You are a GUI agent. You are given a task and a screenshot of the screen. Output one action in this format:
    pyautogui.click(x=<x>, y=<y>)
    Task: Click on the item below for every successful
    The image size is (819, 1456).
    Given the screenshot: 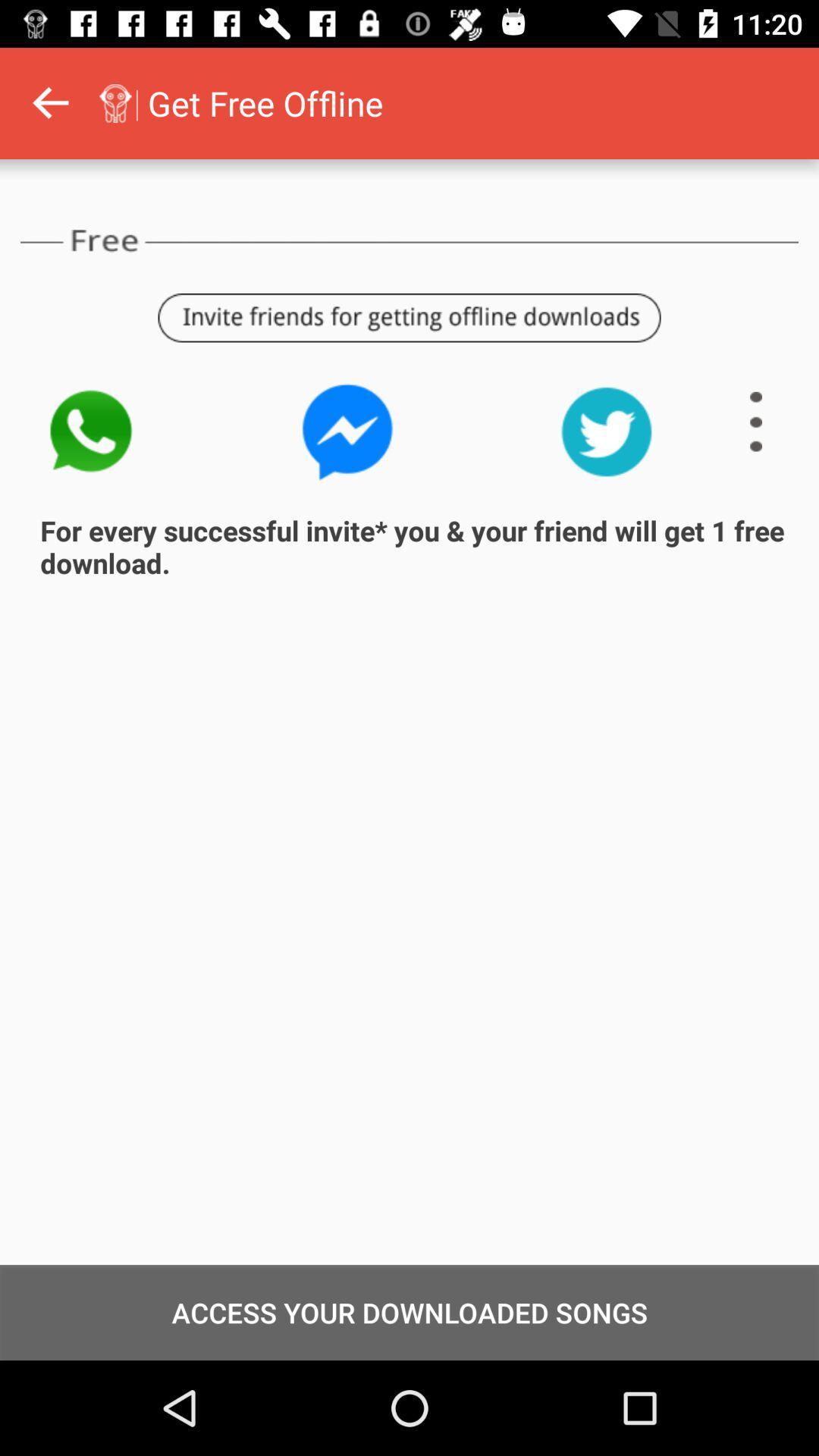 What is the action you would take?
    pyautogui.click(x=409, y=1312)
    